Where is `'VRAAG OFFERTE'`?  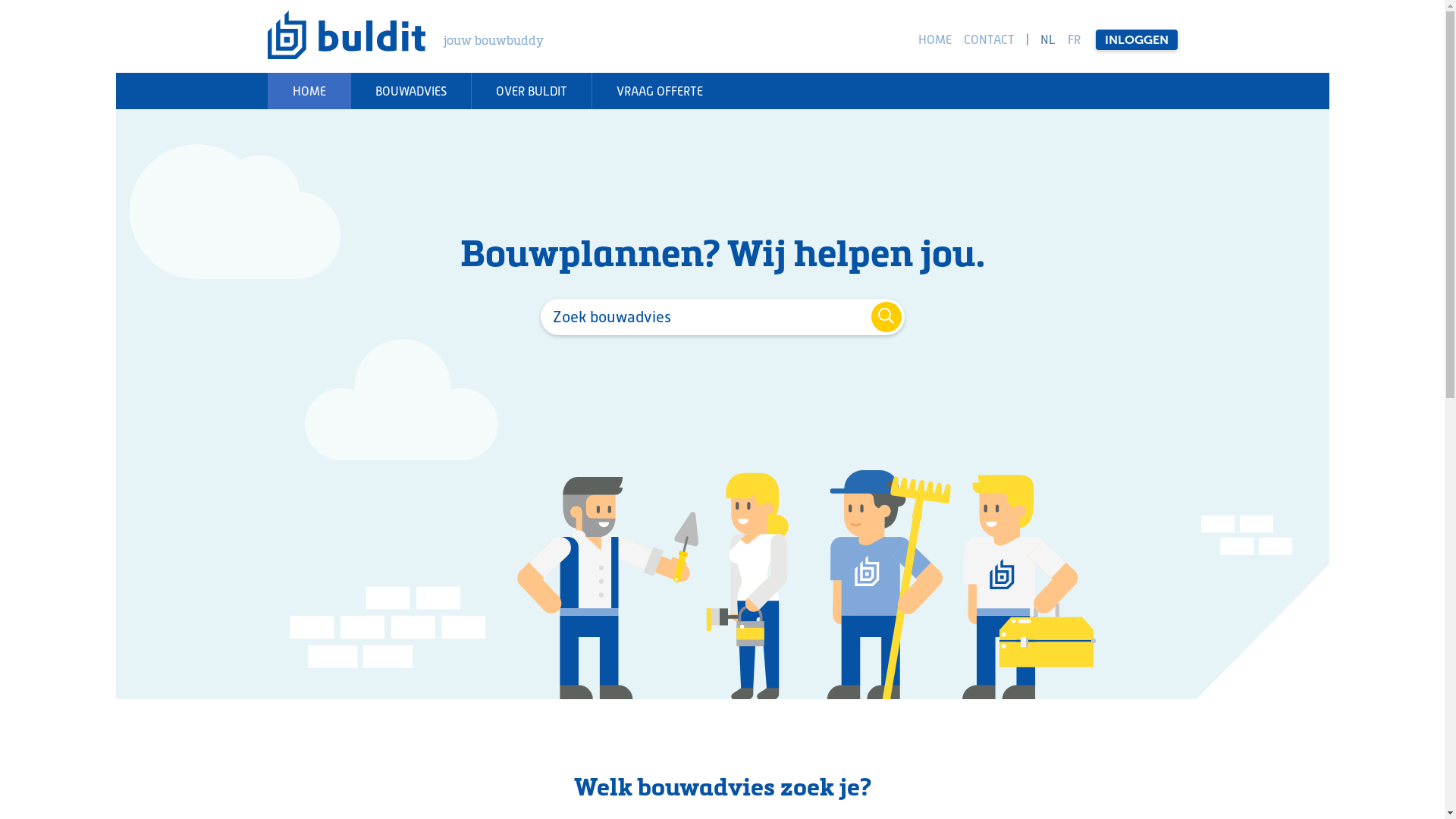
'VRAAG OFFERTE' is located at coordinates (659, 90).